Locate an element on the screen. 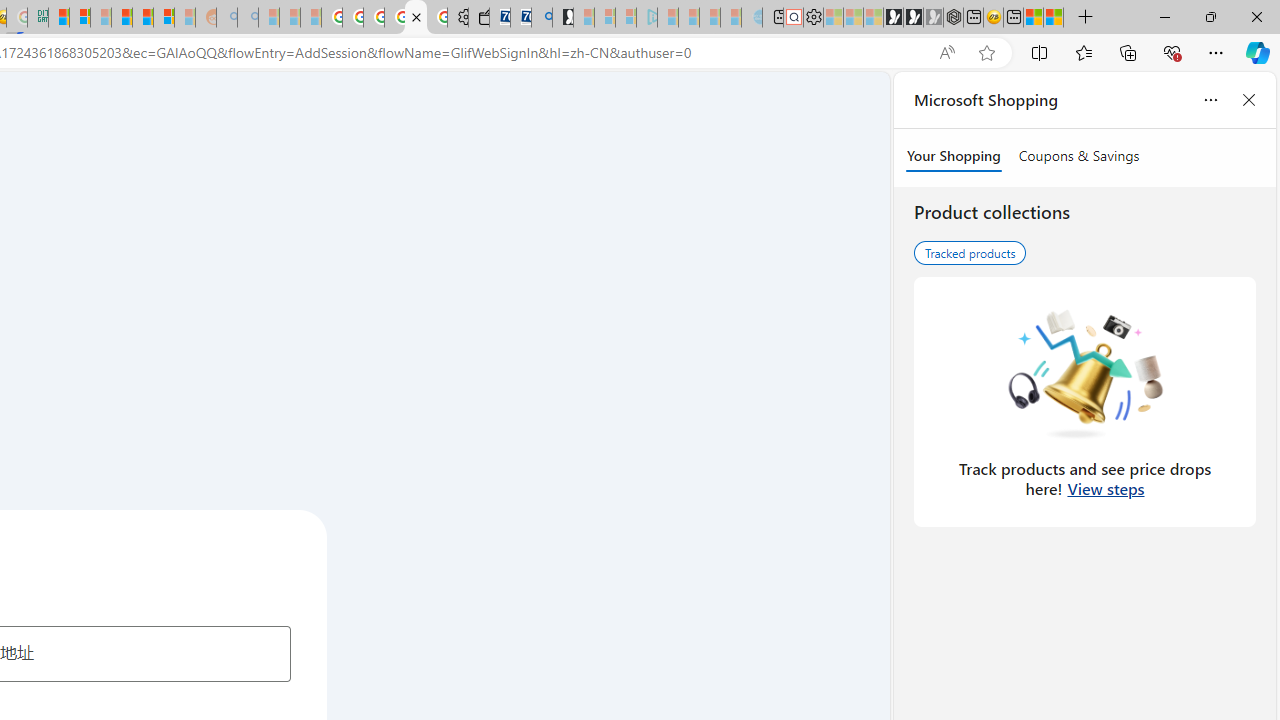  'Play Free Online Games | Games from Microsoft Start' is located at coordinates (892, 17).